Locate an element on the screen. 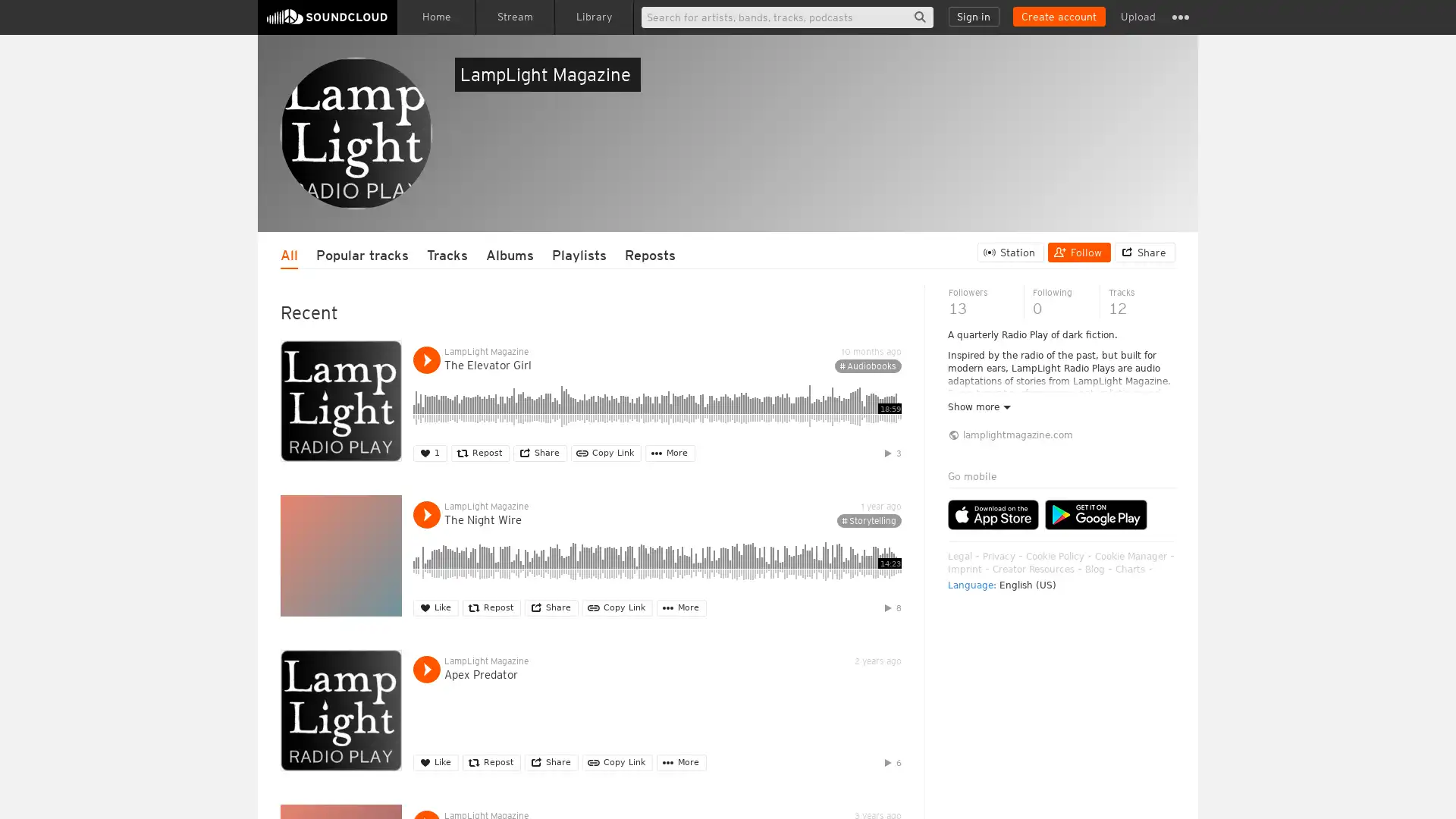 The height and width of the screenshot is (819, 1456). Create a SoundCloud account is located at coordinates (1058, 17).